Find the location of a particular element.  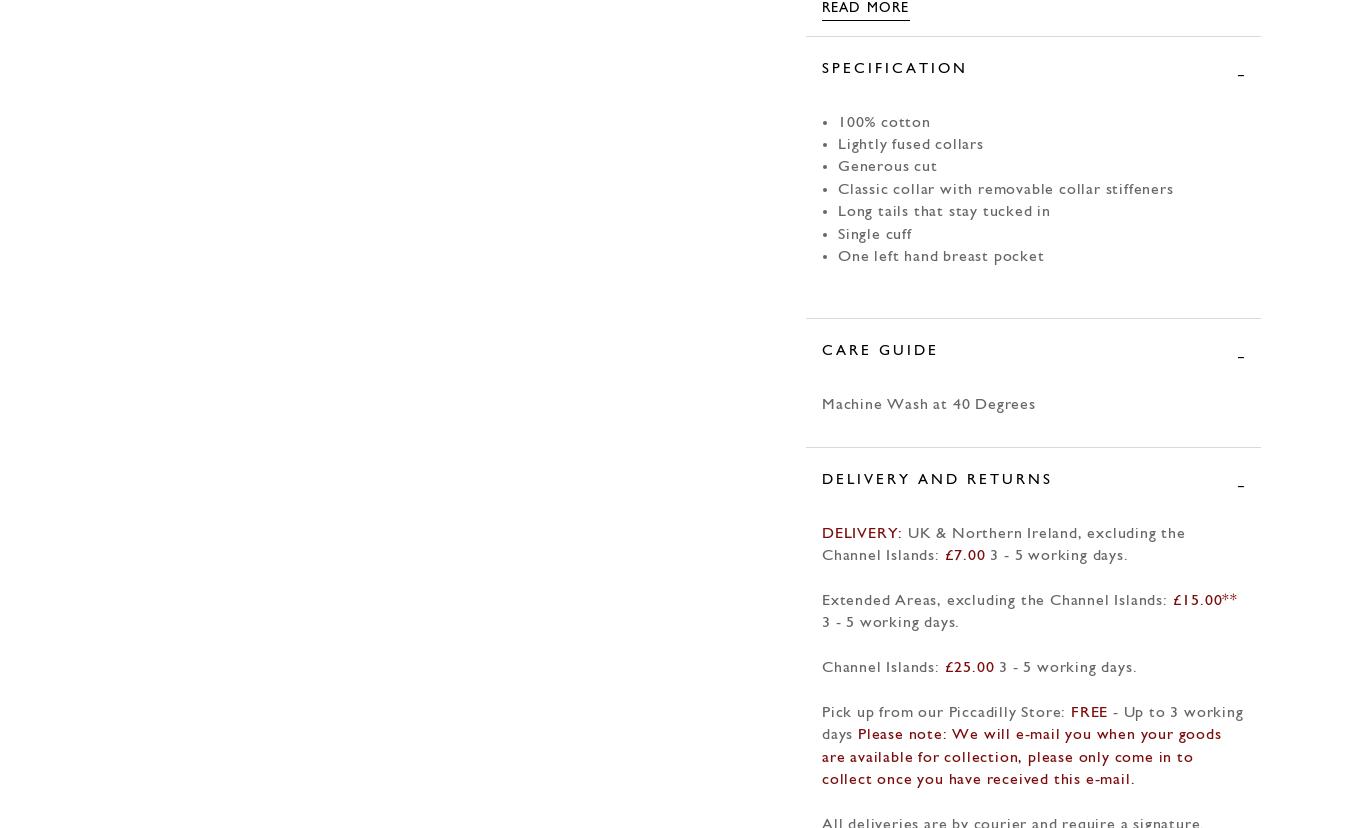

'Please note: We will e-mail you when your goods are available for collection, please only come in to collect once you have received this e-mail.' is located at coordinates (1020, 756).